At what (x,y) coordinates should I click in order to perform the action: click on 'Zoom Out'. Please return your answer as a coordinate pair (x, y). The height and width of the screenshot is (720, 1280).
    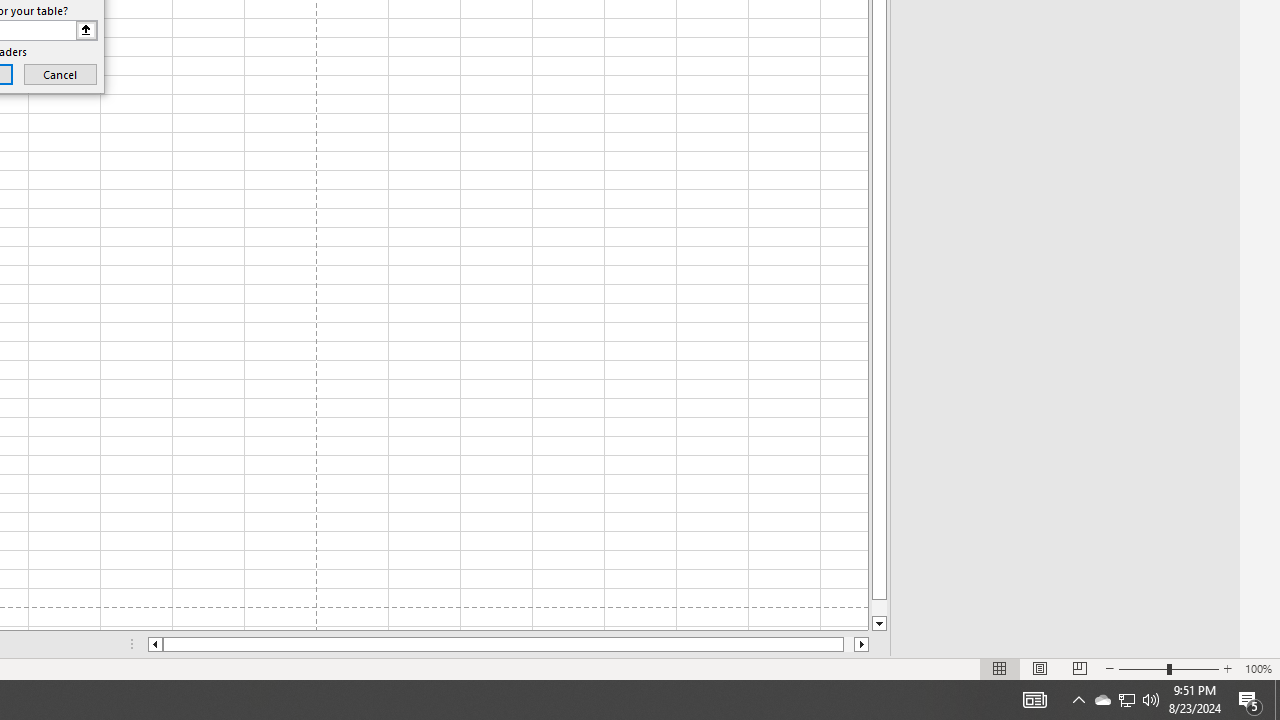
    Looking at the image, I should click on (1143, 669).